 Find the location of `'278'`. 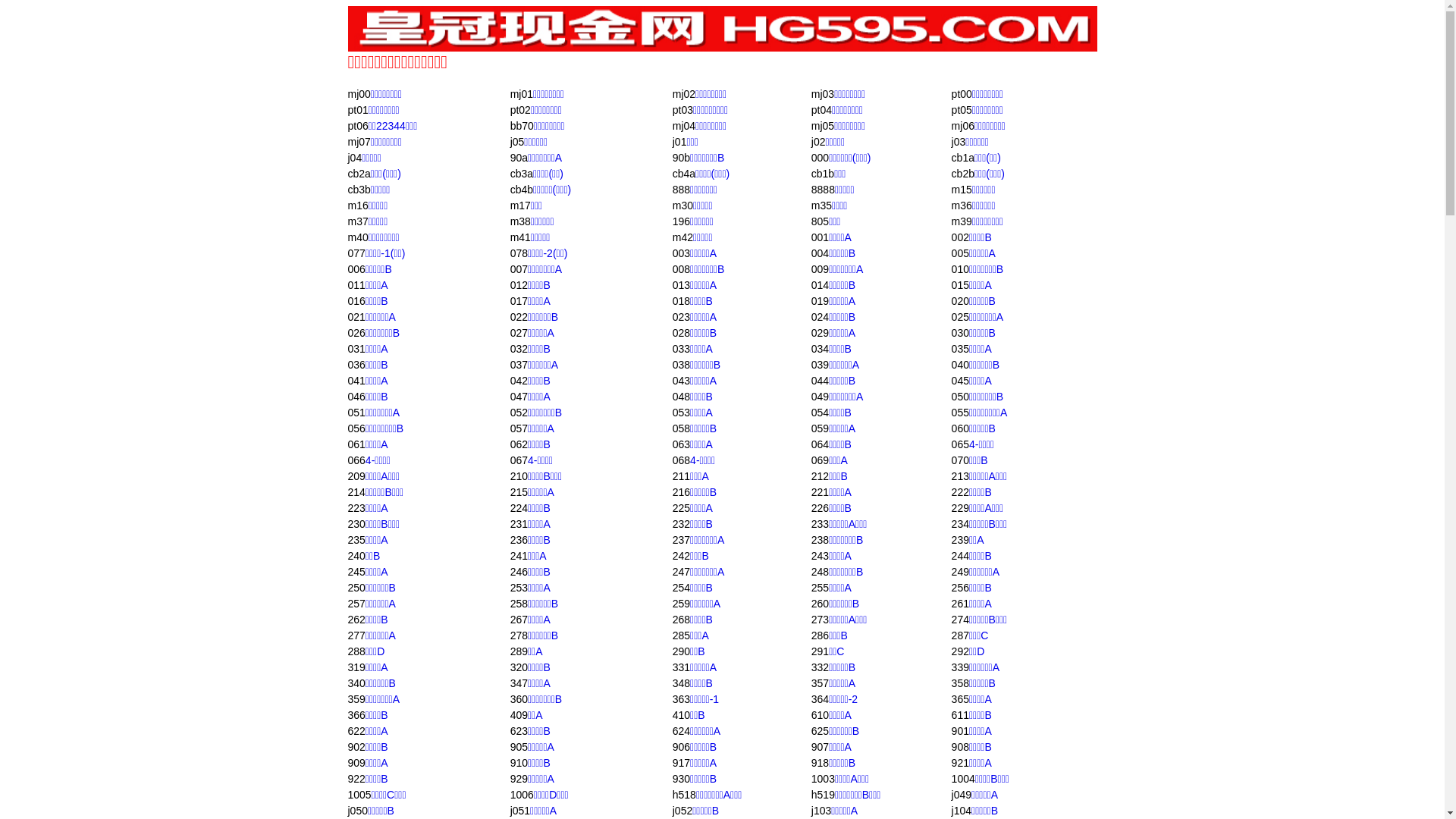

'278' is located at coordinates (519, 635).